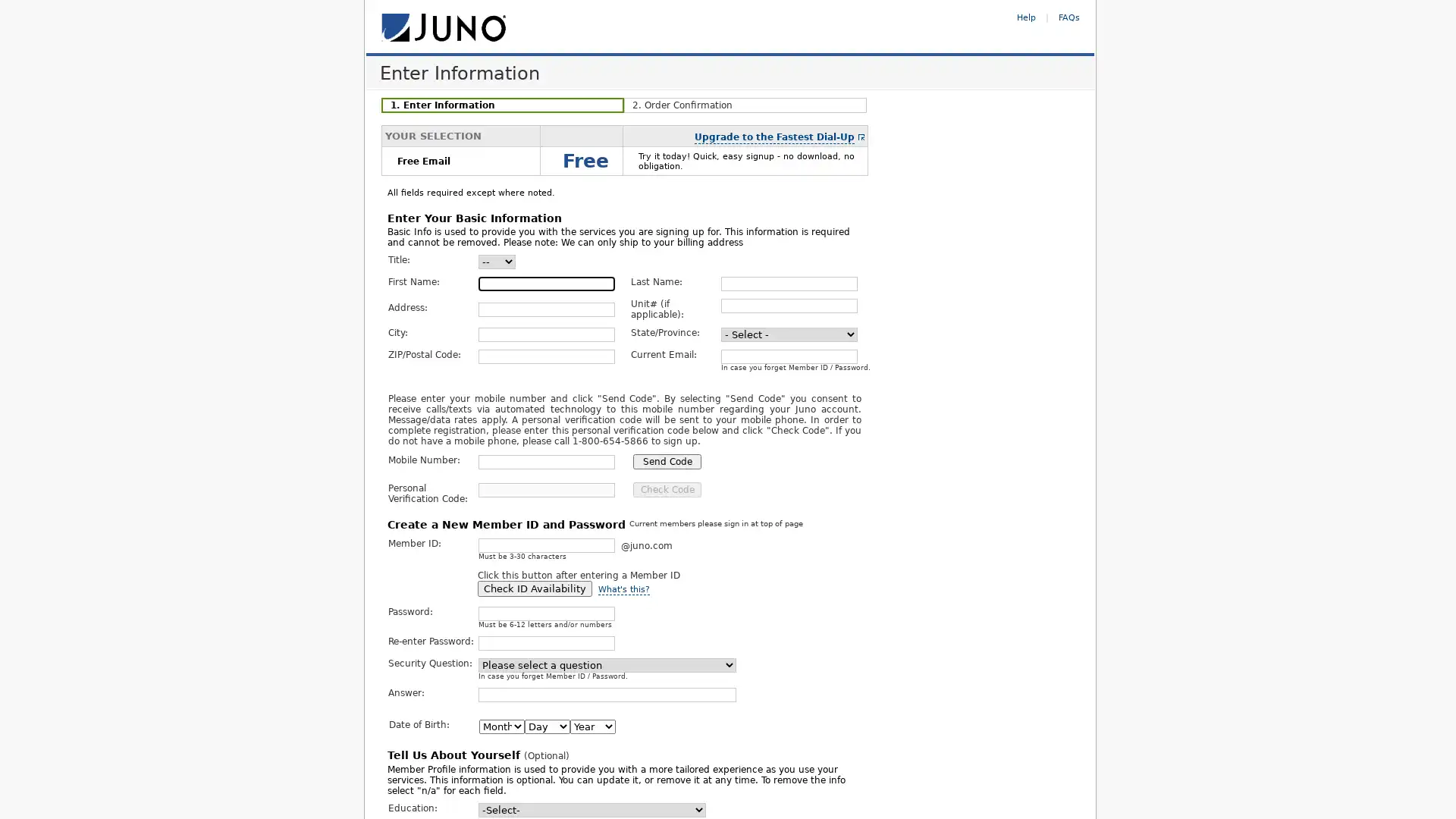 This screenshot has width=1456, height=819. What do you see at coordinates (667, 461) in the screenshot?
I see `Send Code` at bounding box center [667, 461].